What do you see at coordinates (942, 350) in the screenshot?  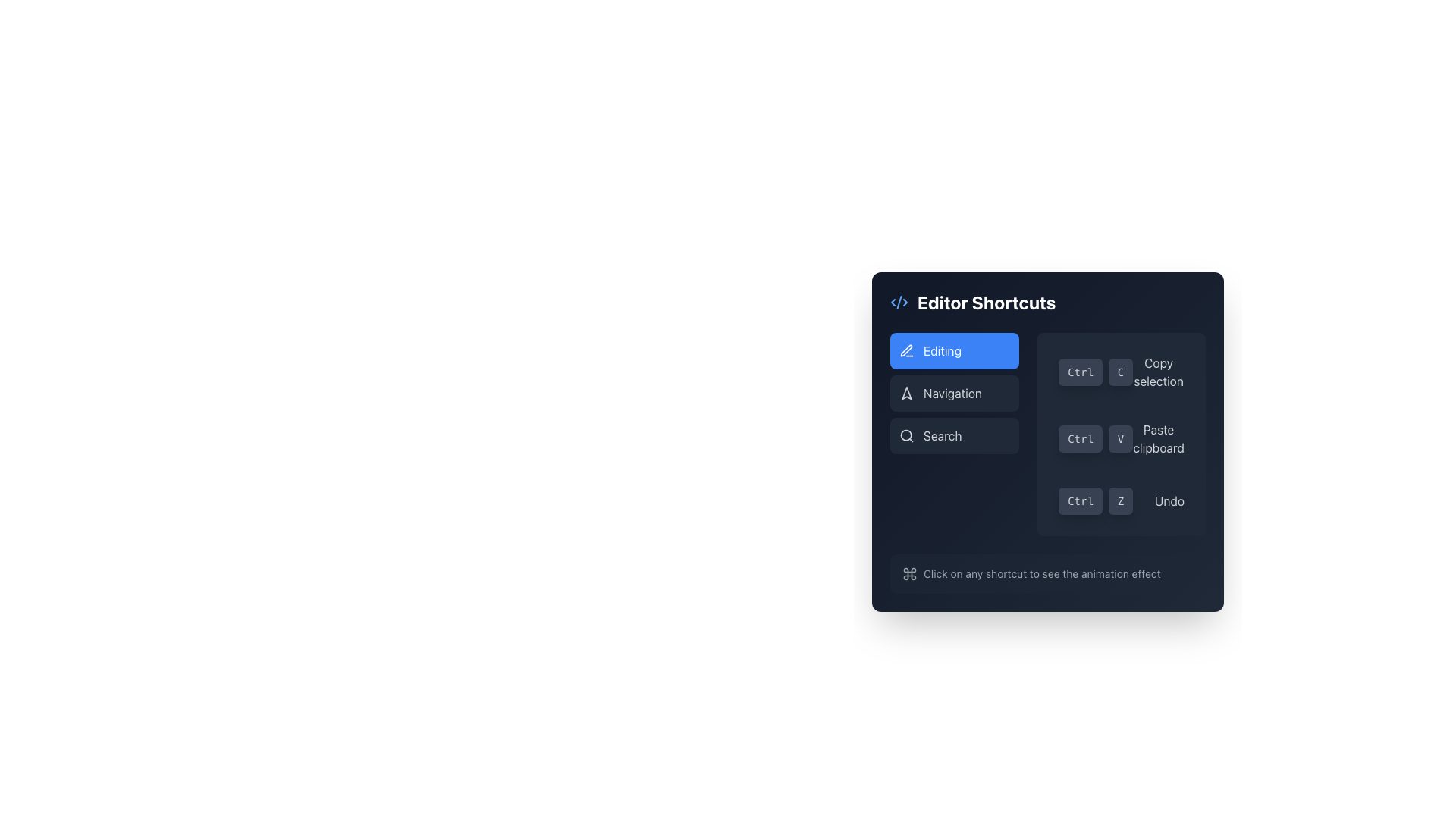 I see `the 'Editing' label with a pen icon in the 'Editor Shortcuts' section` at bounding box center [942, 350].